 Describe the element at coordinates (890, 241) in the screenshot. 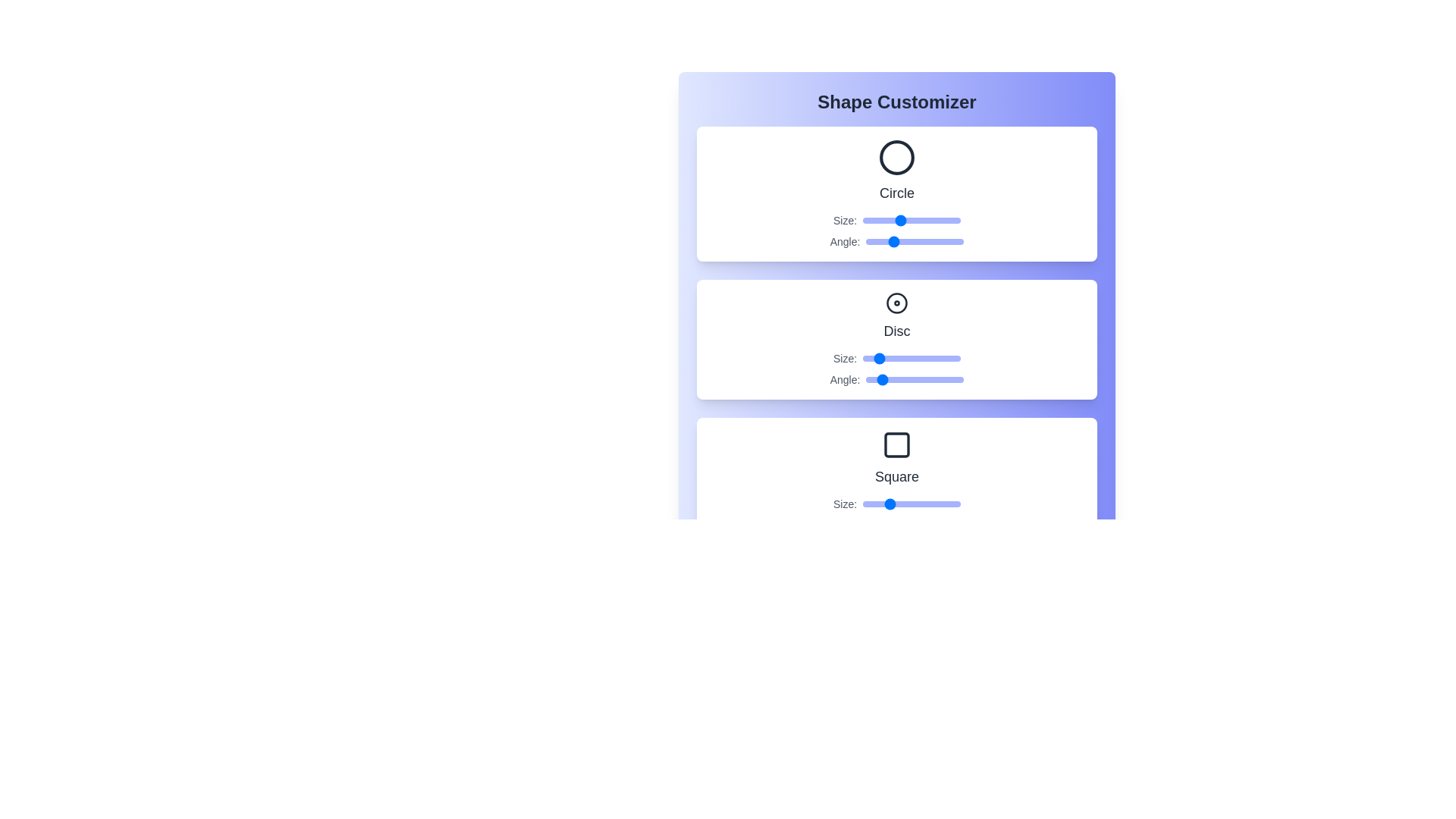

I see `the Circle's angle slider to 88 degrees` at that location.